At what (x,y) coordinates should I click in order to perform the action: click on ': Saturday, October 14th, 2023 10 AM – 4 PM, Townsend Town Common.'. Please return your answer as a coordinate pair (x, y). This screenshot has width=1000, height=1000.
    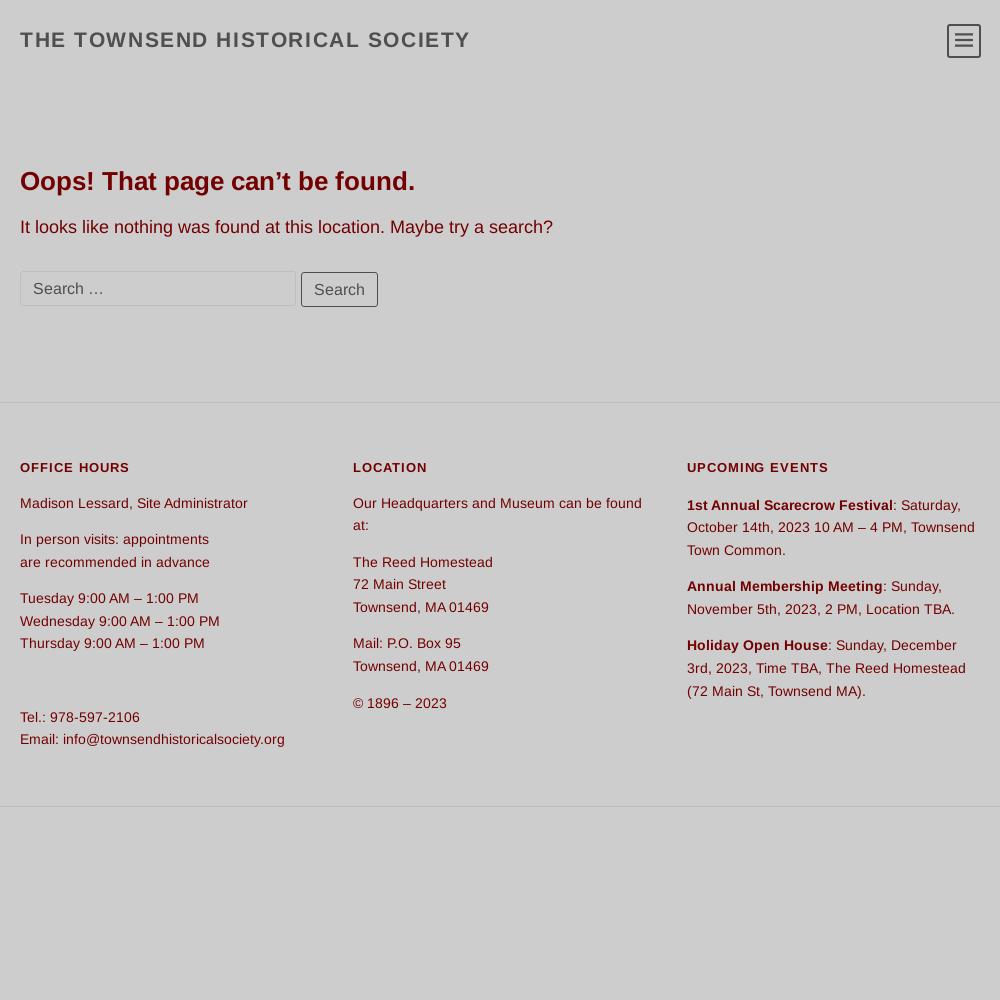
    Looking at the image, I should click on (829, 526).